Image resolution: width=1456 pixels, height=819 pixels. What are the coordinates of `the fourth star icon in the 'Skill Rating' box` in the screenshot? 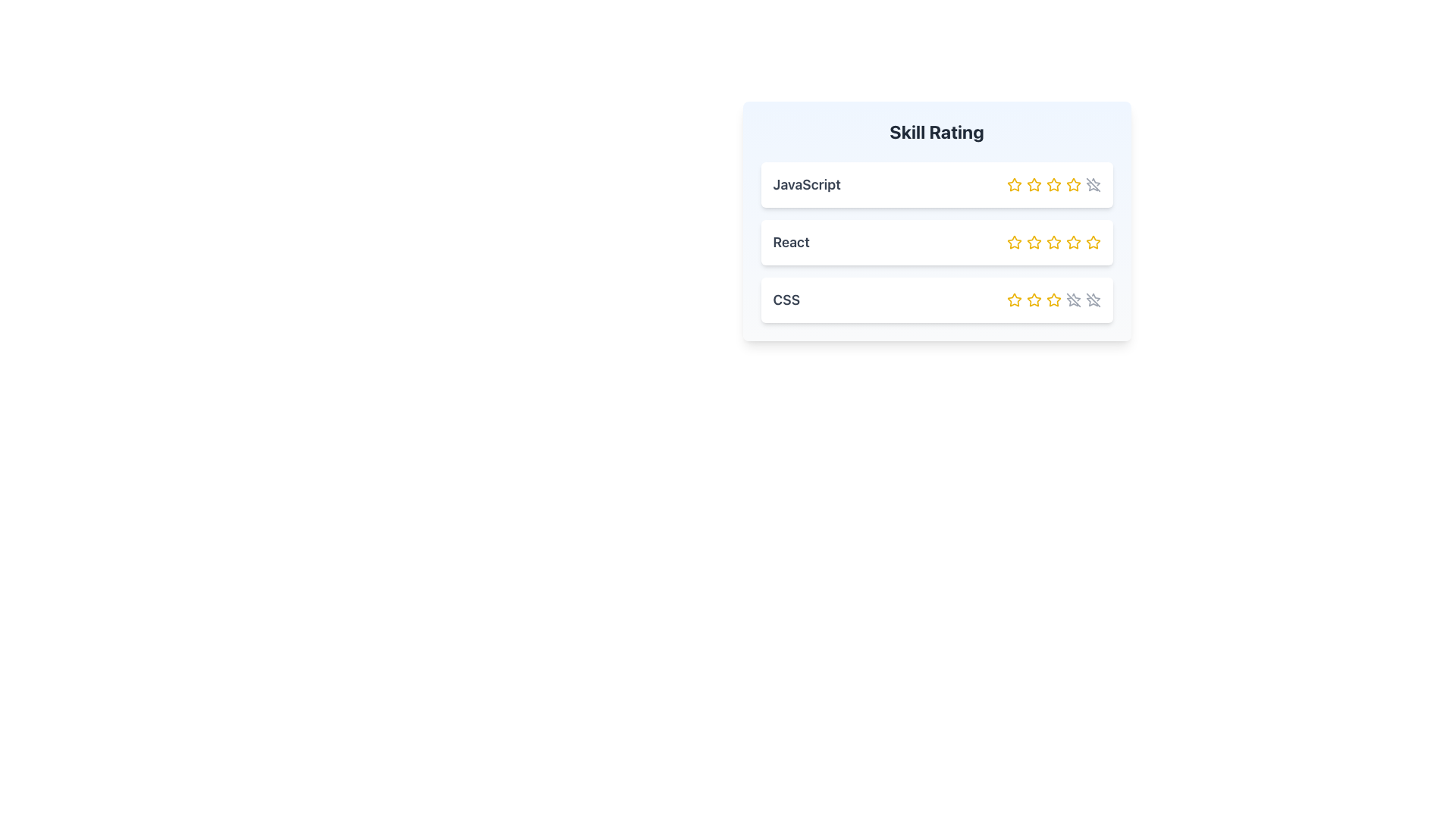 It's located at (1072, 184).